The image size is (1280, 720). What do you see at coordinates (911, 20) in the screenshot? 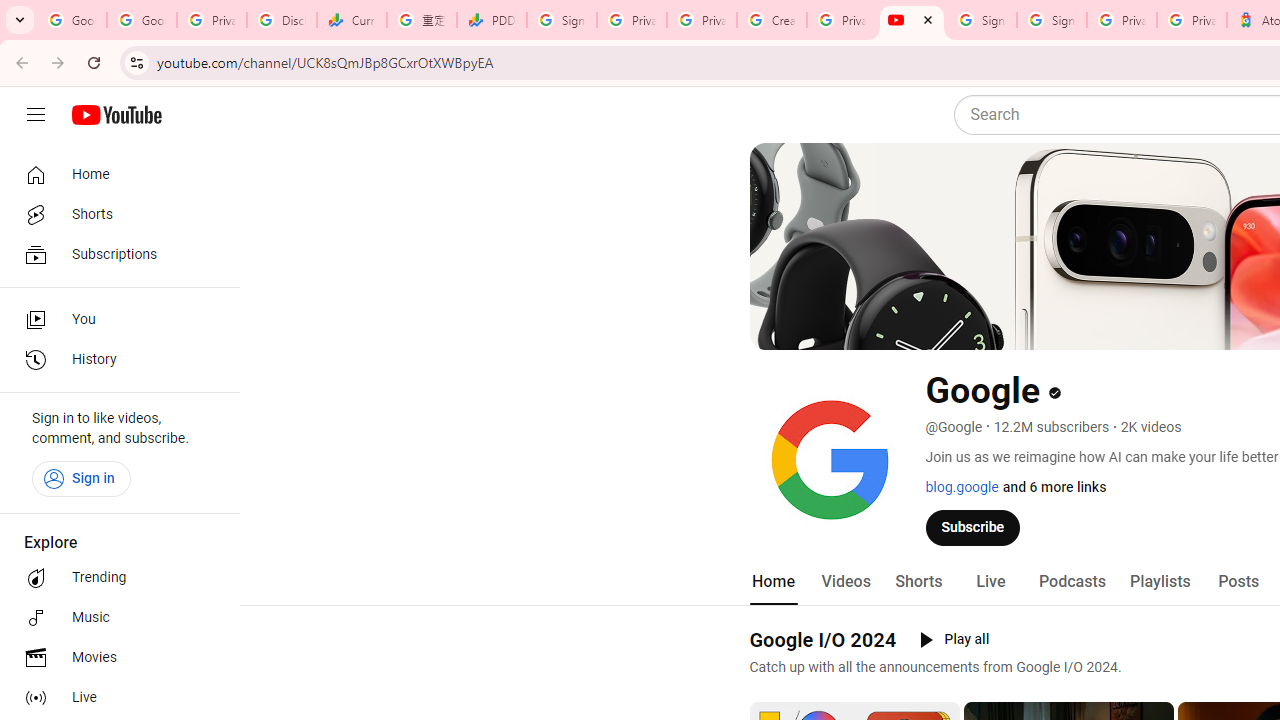
I see `'Google - YouTube'` at bounding box center [911, 20].